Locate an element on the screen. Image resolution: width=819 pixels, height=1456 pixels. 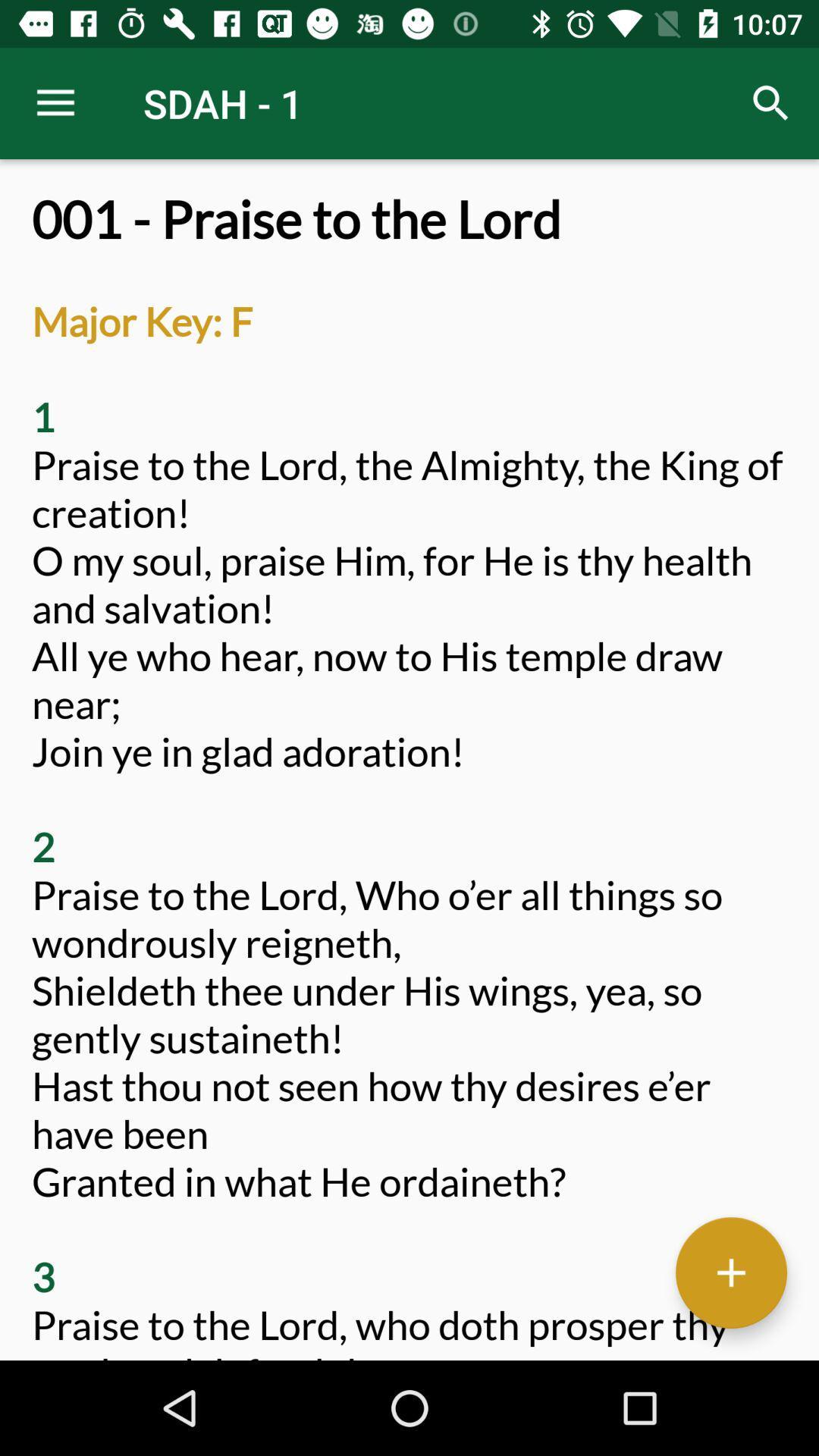
the item above 001 praise to item is located at coordinates (771, 102).